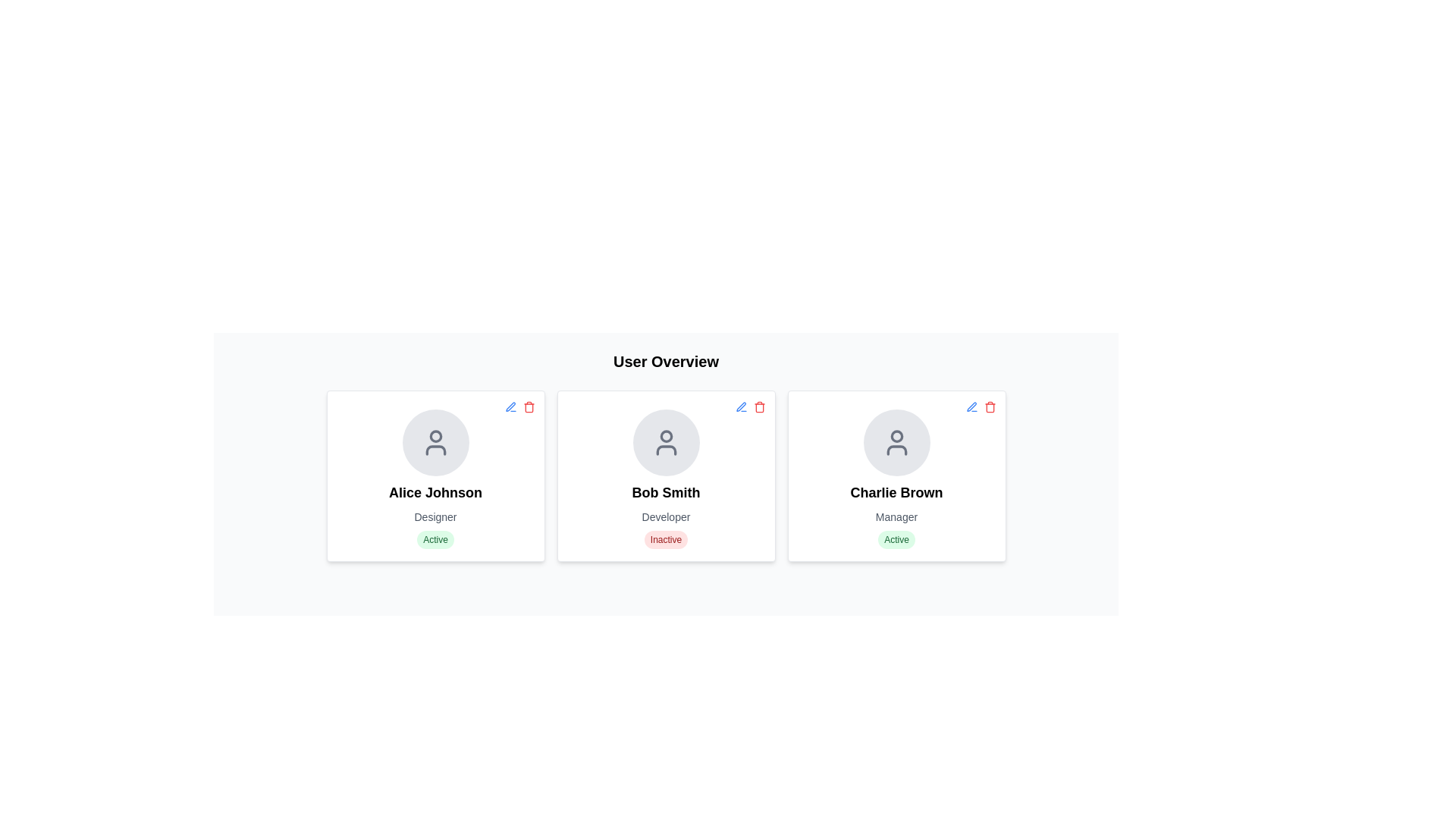 The width and height of the screenshot is (1456, 819). I want to click on the delete icon button located in the top-right corner of Bob Smith's user card, so click(759, 406).